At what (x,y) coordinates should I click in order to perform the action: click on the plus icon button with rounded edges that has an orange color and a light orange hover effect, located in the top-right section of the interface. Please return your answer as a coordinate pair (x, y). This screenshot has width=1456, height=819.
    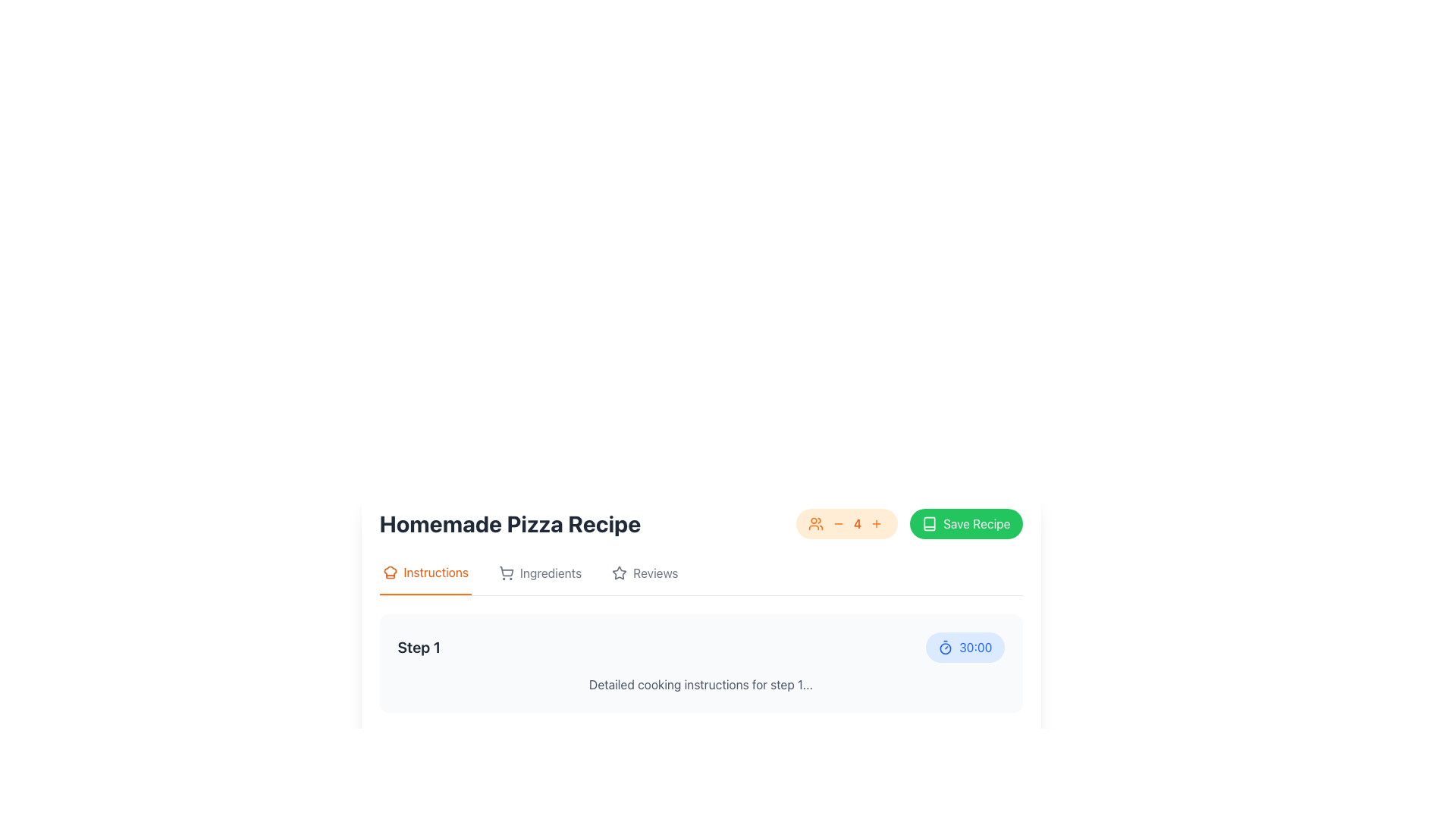
    Looking at the image, I should click on (877, 522).